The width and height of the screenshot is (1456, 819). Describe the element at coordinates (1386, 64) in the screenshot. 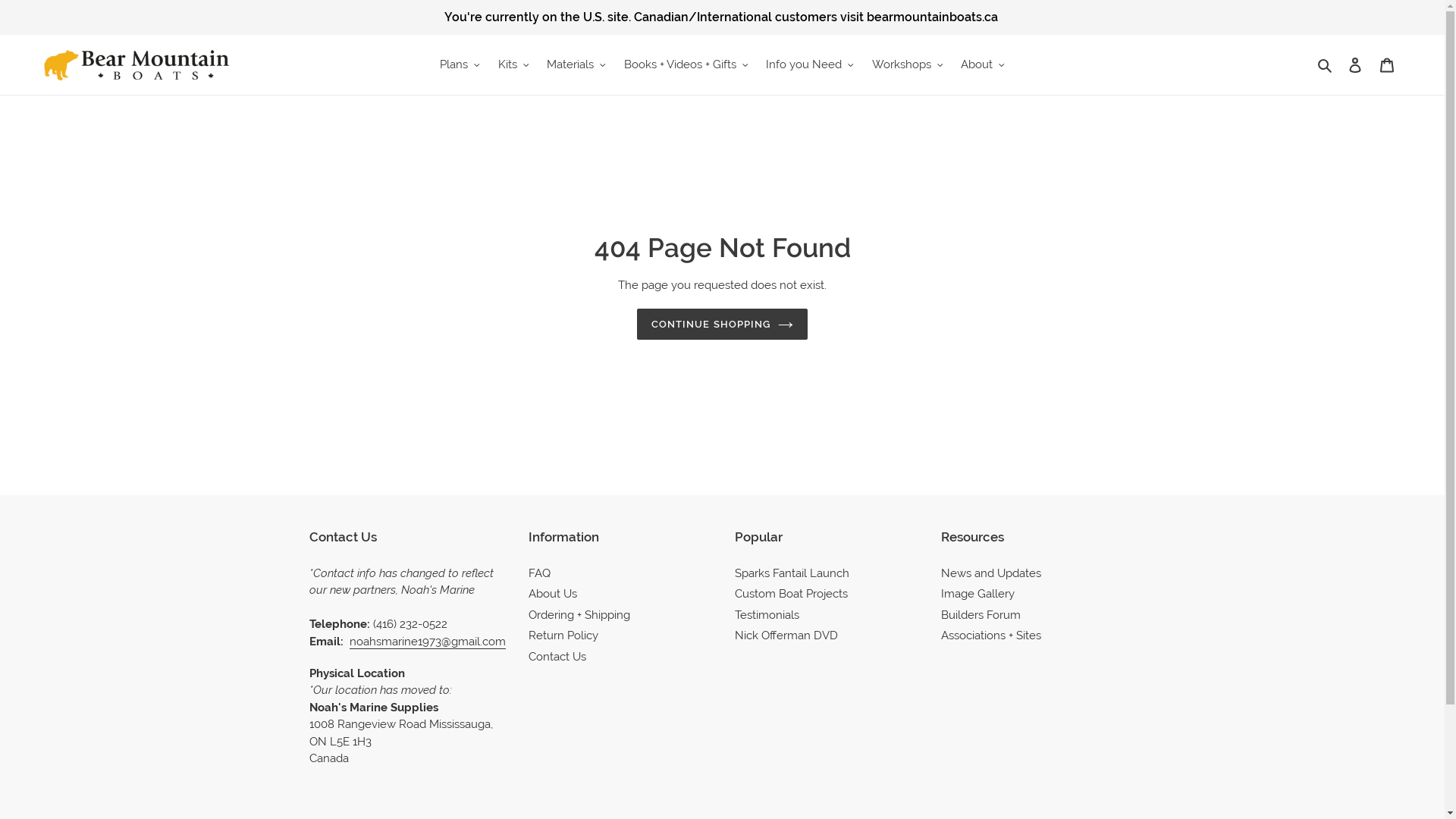

I see `'Cart'` at that location.